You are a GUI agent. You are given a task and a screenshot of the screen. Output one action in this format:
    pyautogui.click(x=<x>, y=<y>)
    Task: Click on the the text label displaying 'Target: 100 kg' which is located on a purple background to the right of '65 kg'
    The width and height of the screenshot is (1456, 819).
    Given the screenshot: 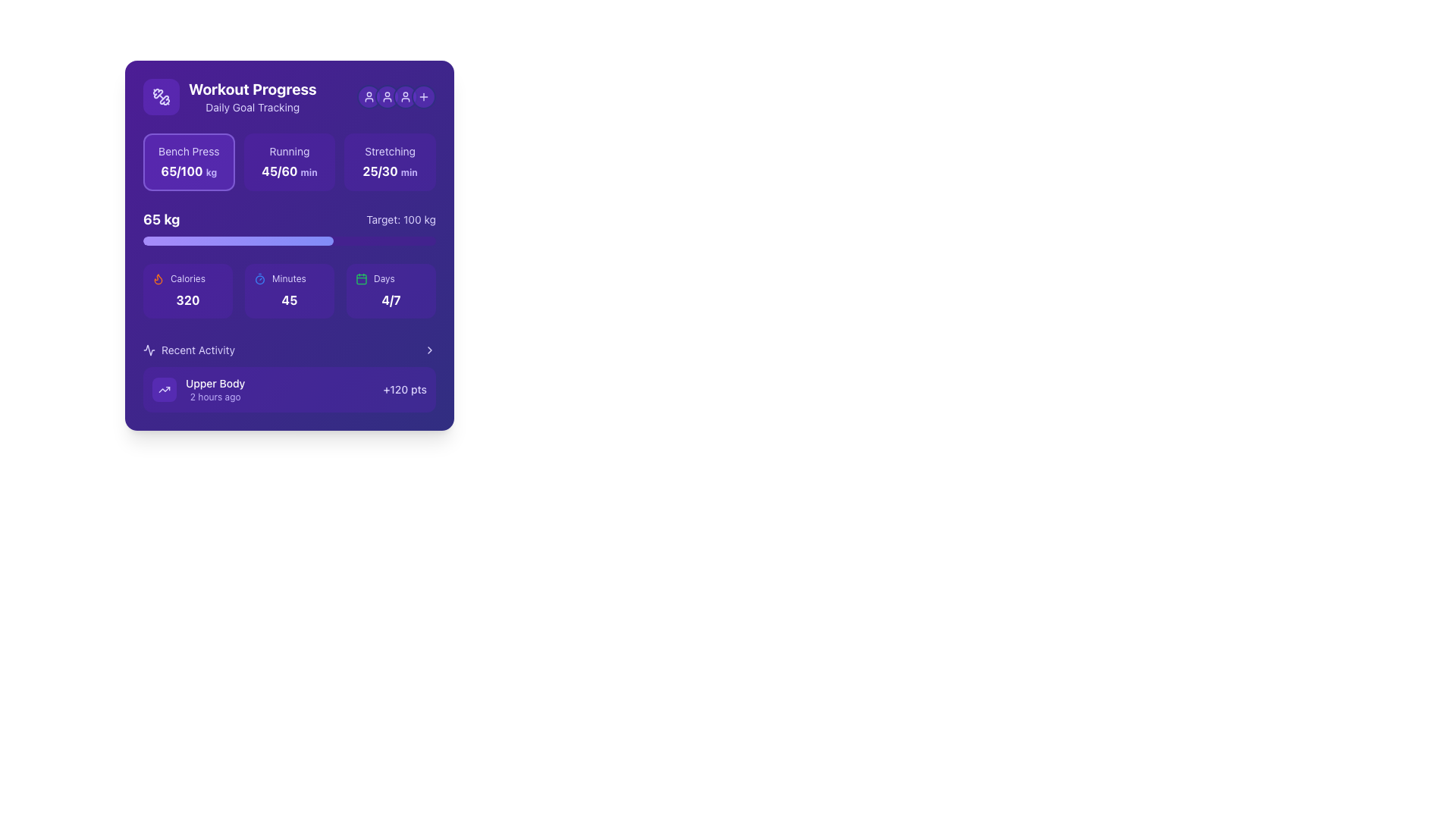 What is the action you would take?
    pyautogui.click(x=401, y=219)
    